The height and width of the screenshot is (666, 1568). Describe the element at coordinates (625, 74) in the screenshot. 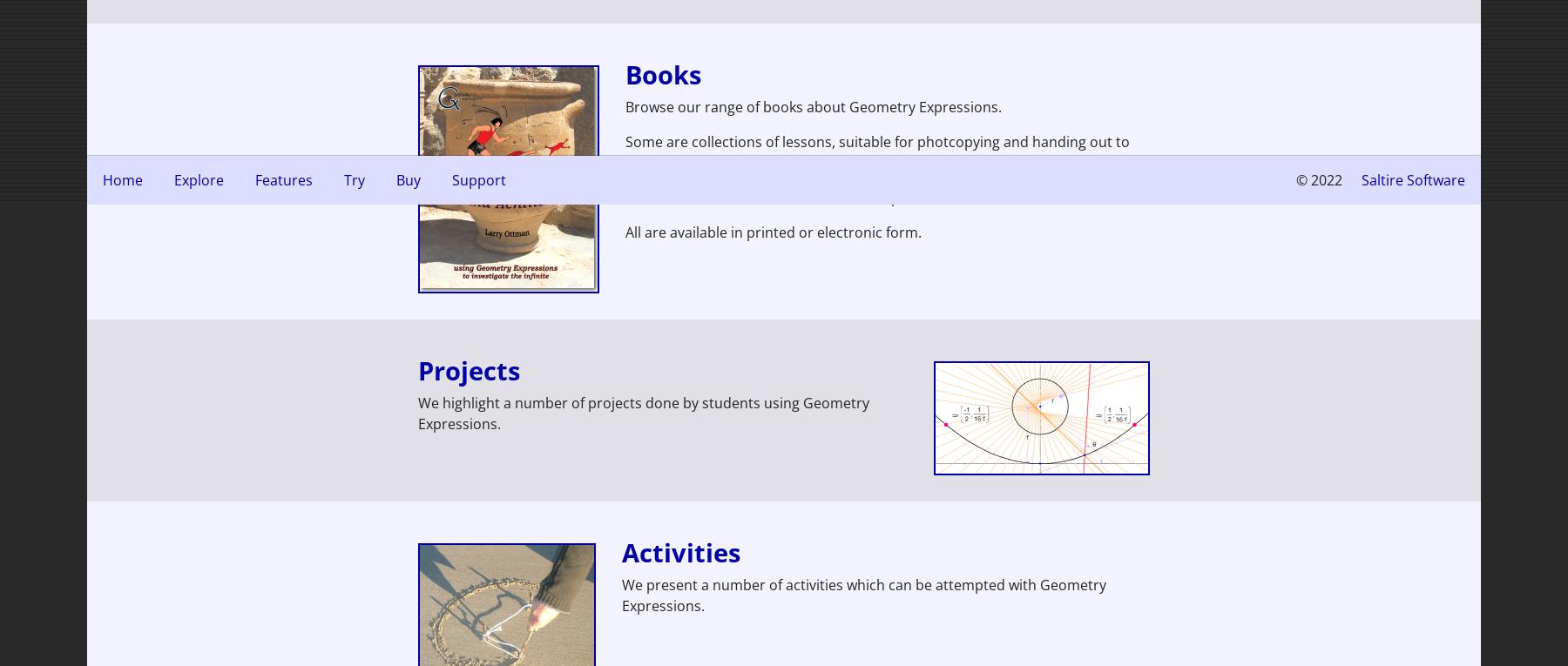

I see `'Books'` at that location.